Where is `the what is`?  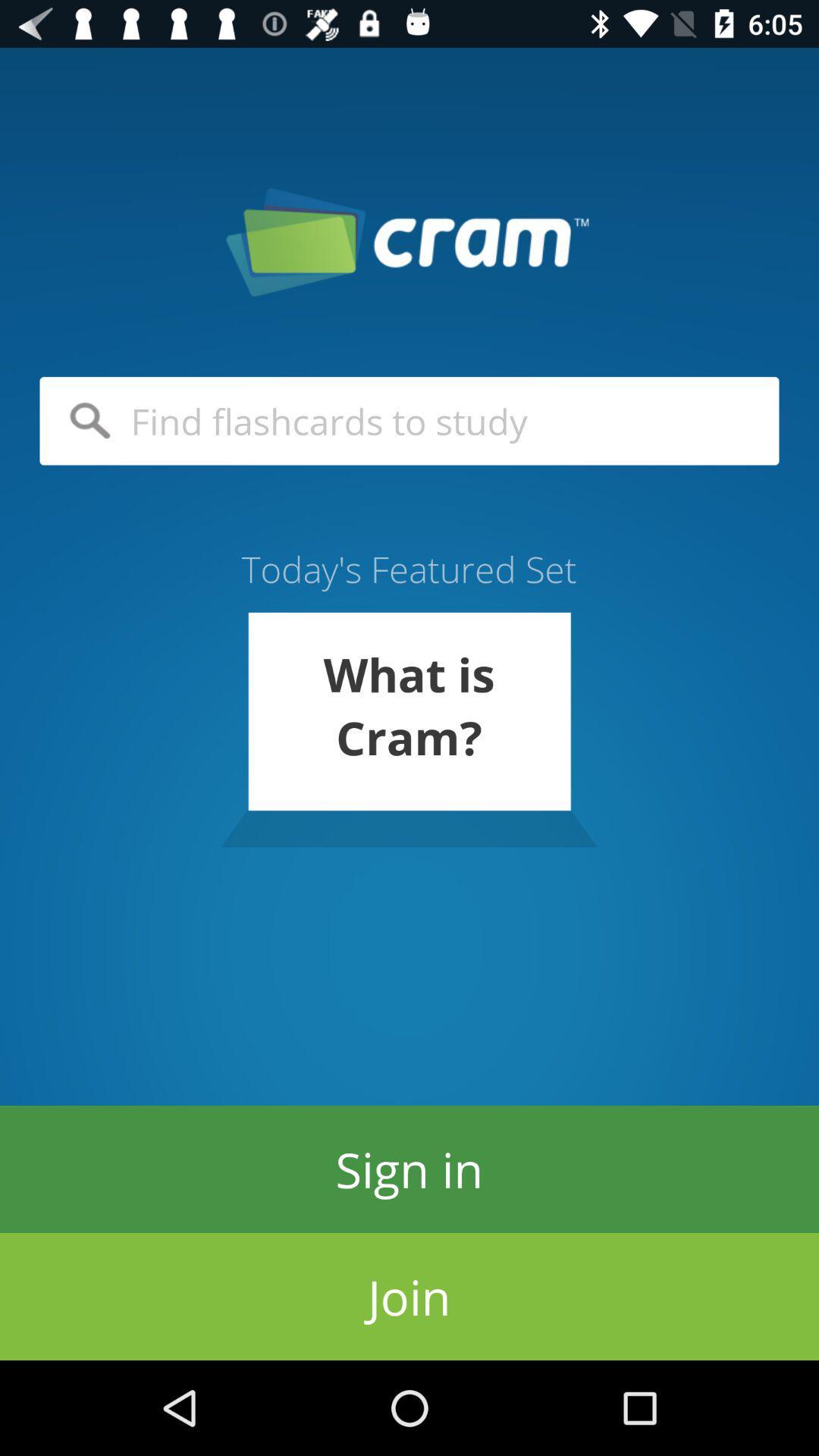
the what is is located at coordinates (408, 730).